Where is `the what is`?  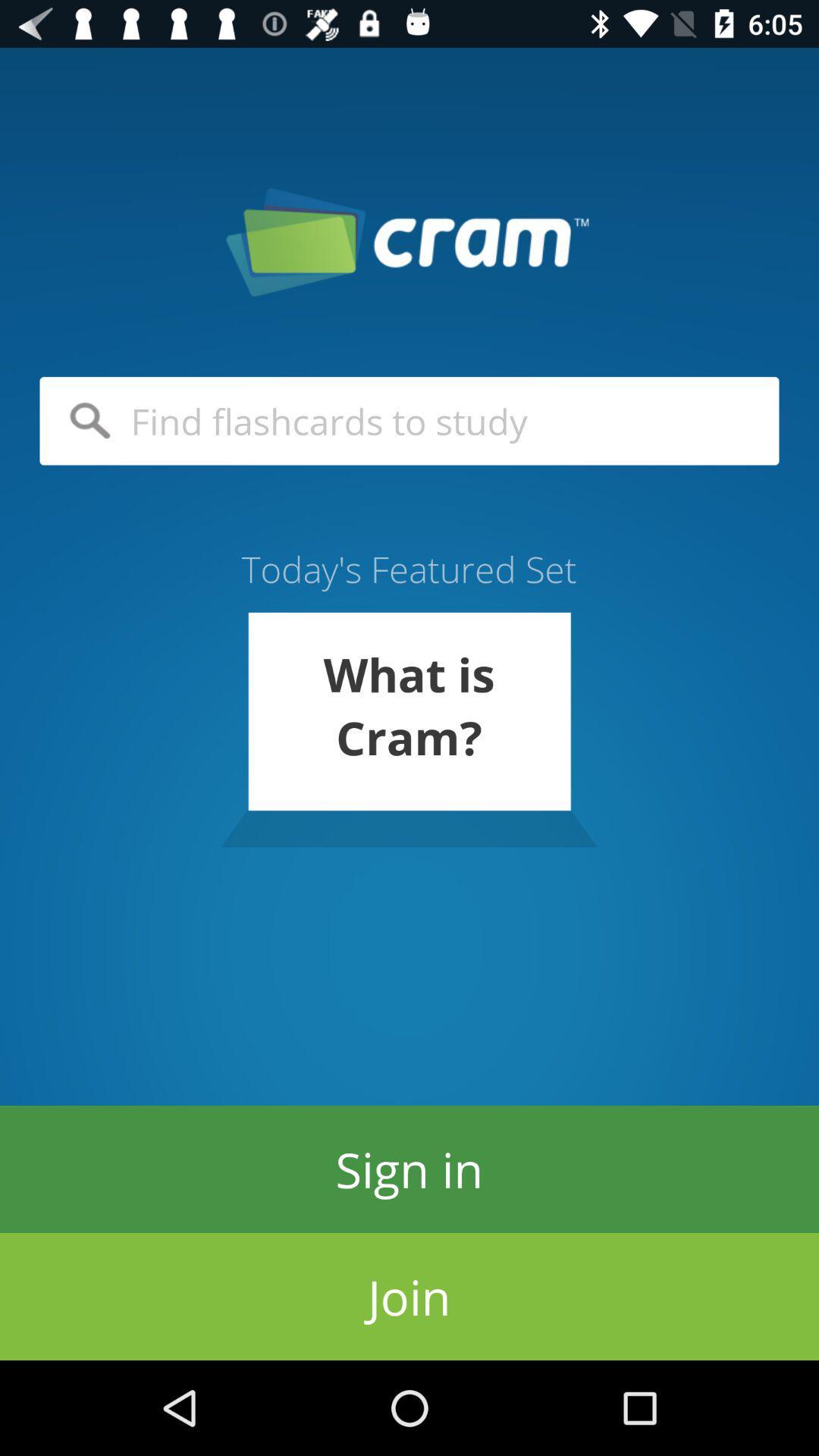
the what is is located at coordinates (408, 730).